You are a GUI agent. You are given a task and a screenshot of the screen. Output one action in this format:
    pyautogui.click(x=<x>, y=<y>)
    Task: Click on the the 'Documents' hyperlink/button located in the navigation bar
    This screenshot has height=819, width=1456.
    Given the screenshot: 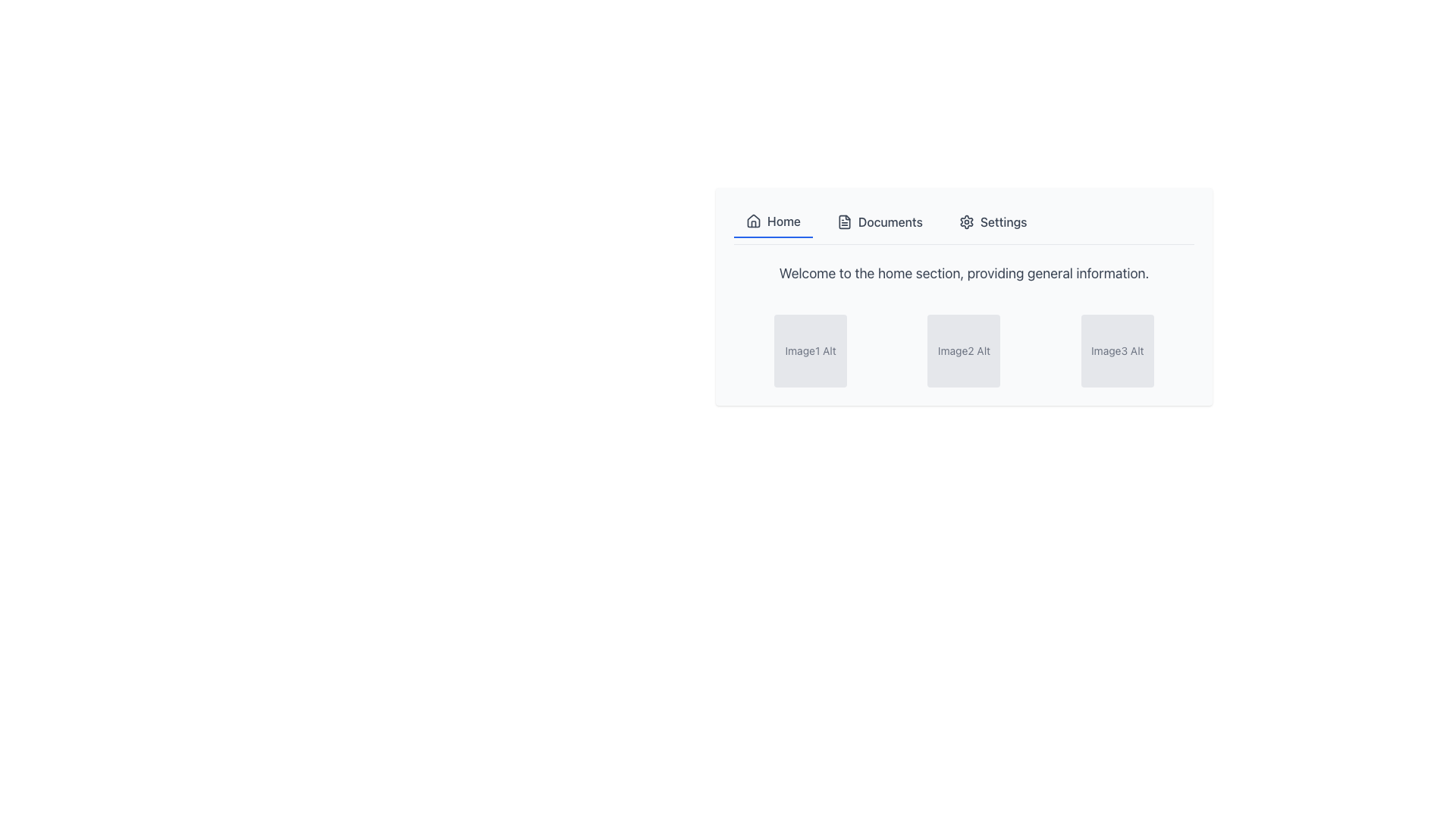 What is the action you would take?
    pyautogui.click(x=880, y=222)
    